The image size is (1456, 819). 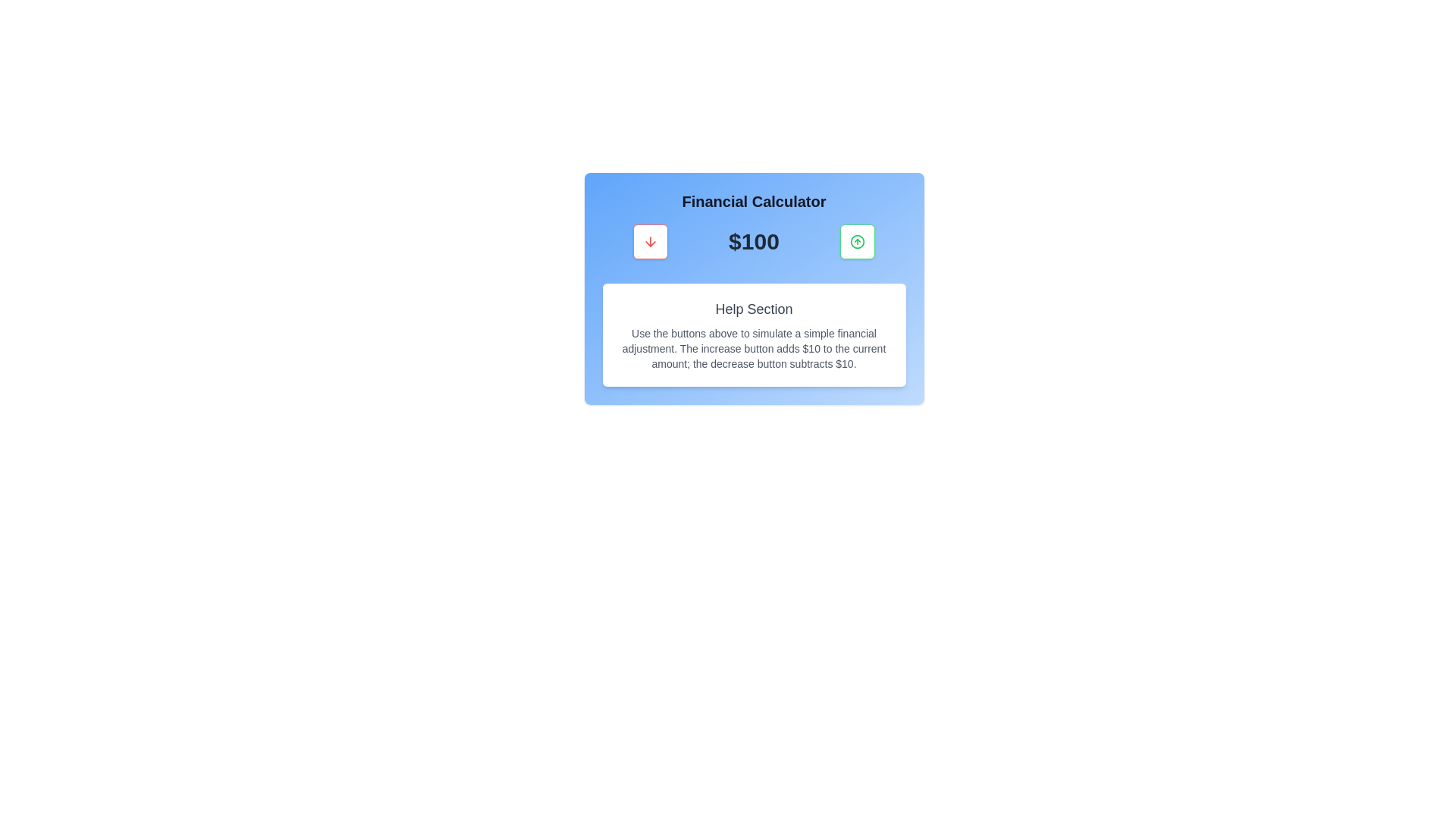 What do you see at coordinates (858, 241) in the screenshot?
I see `the circular button with a green border and upward arrow located in the top-right corner of the central widget of the financial calculator` at bounding box center [858, 241].